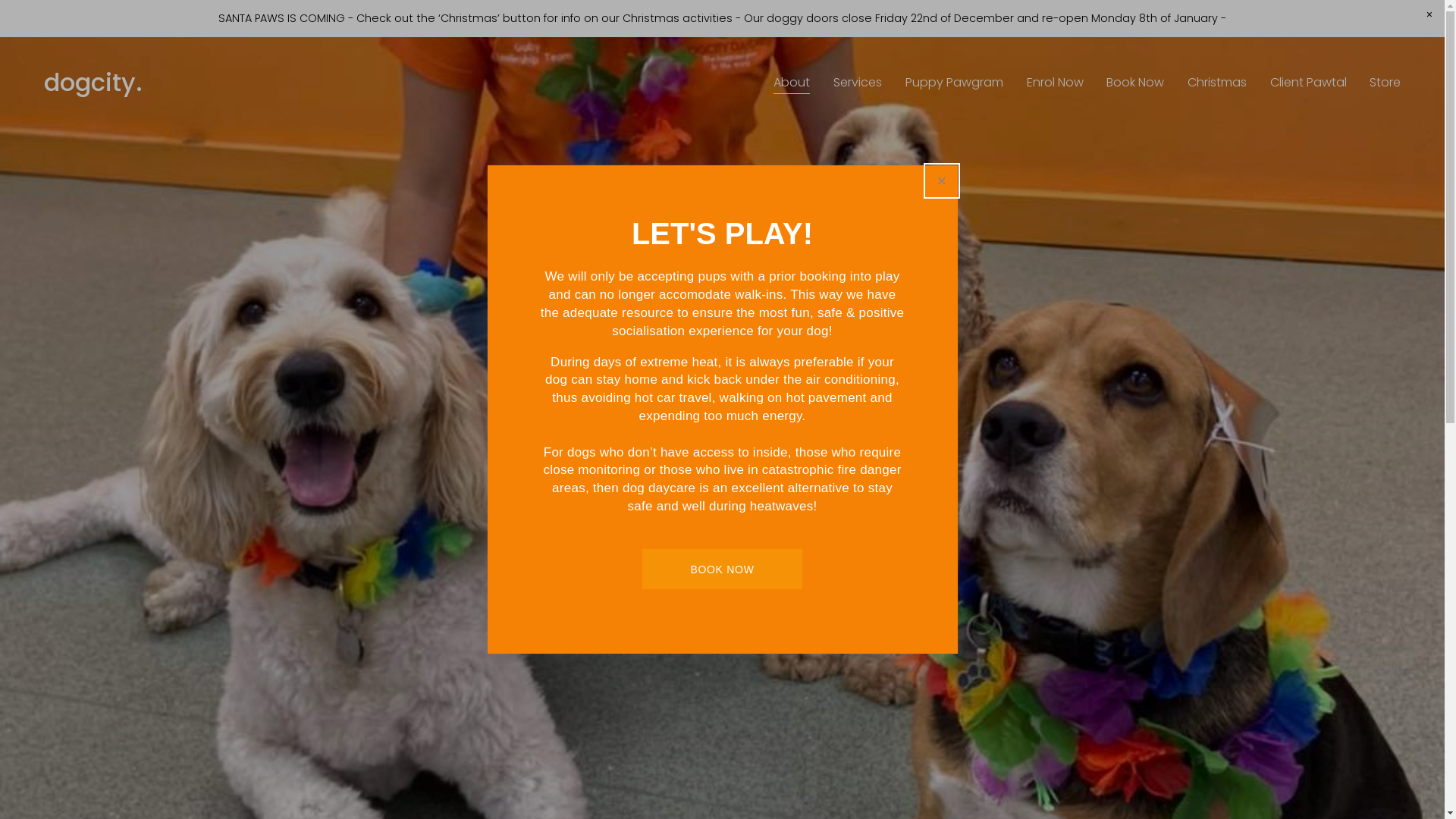 Image resolution: width=1456 pixels, height=819 pixels. What do you see at coordinates (858, 83) in the screenshot?
I see `'Services'` at bounding box center [858, 83].